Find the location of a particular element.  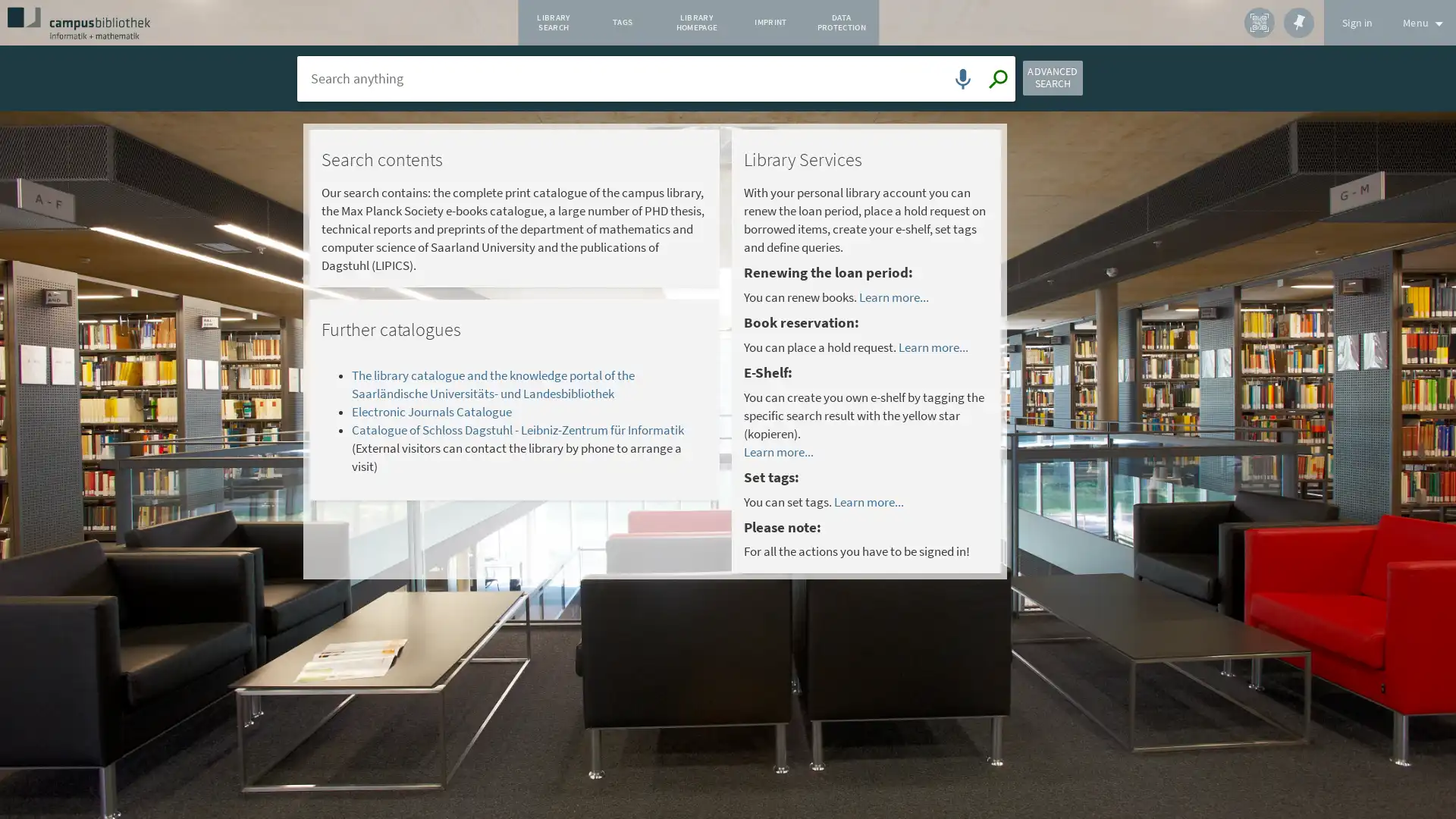

QR is located at coordinates (1259, 23).